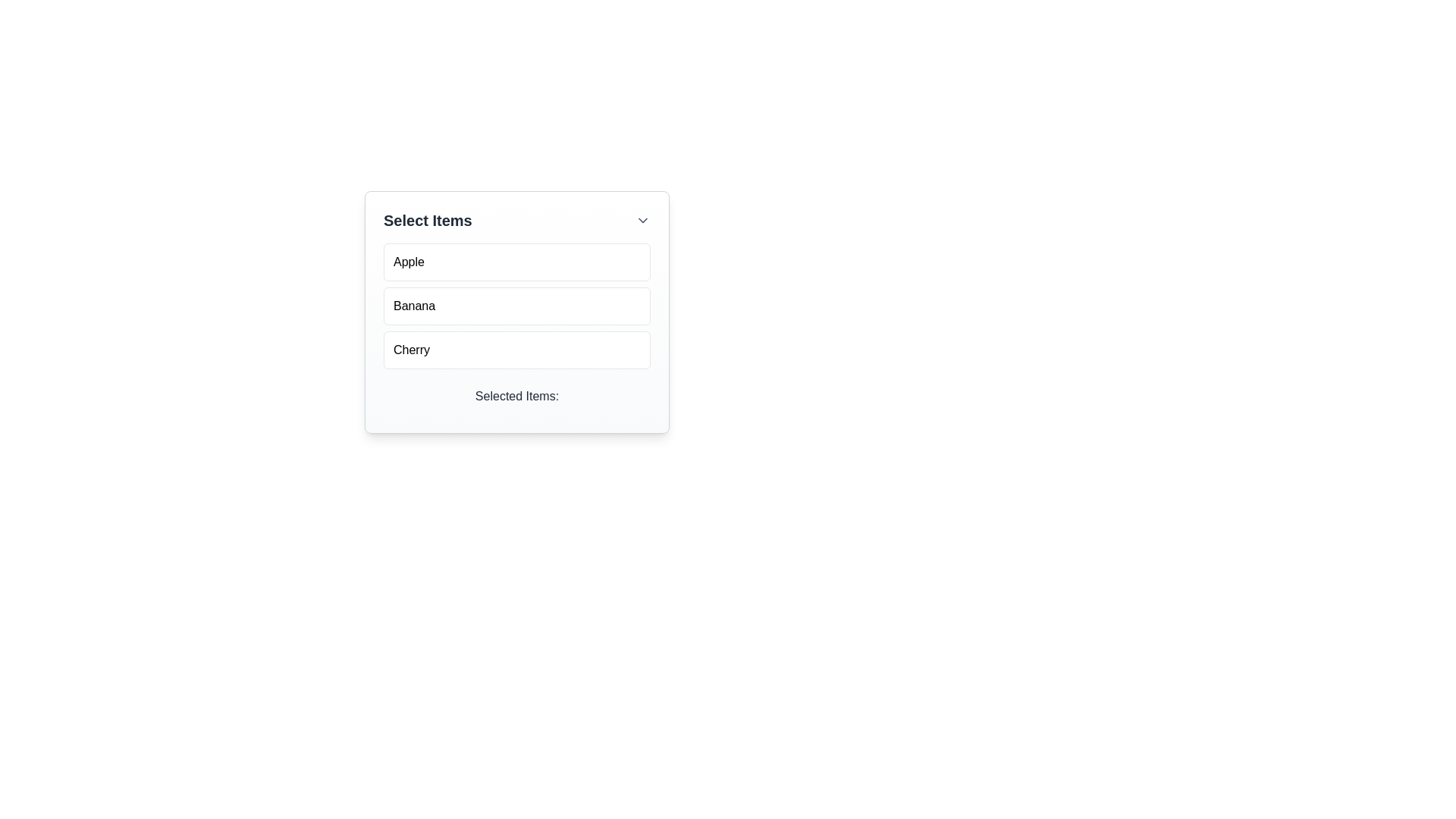 This screenshot has height=819, width=1456. Describe the element at coordinates (516, 350) in the screenshot. I see `to select the list item labeled 'Cherry', which is the last item in a vertical list of three items` at that location.